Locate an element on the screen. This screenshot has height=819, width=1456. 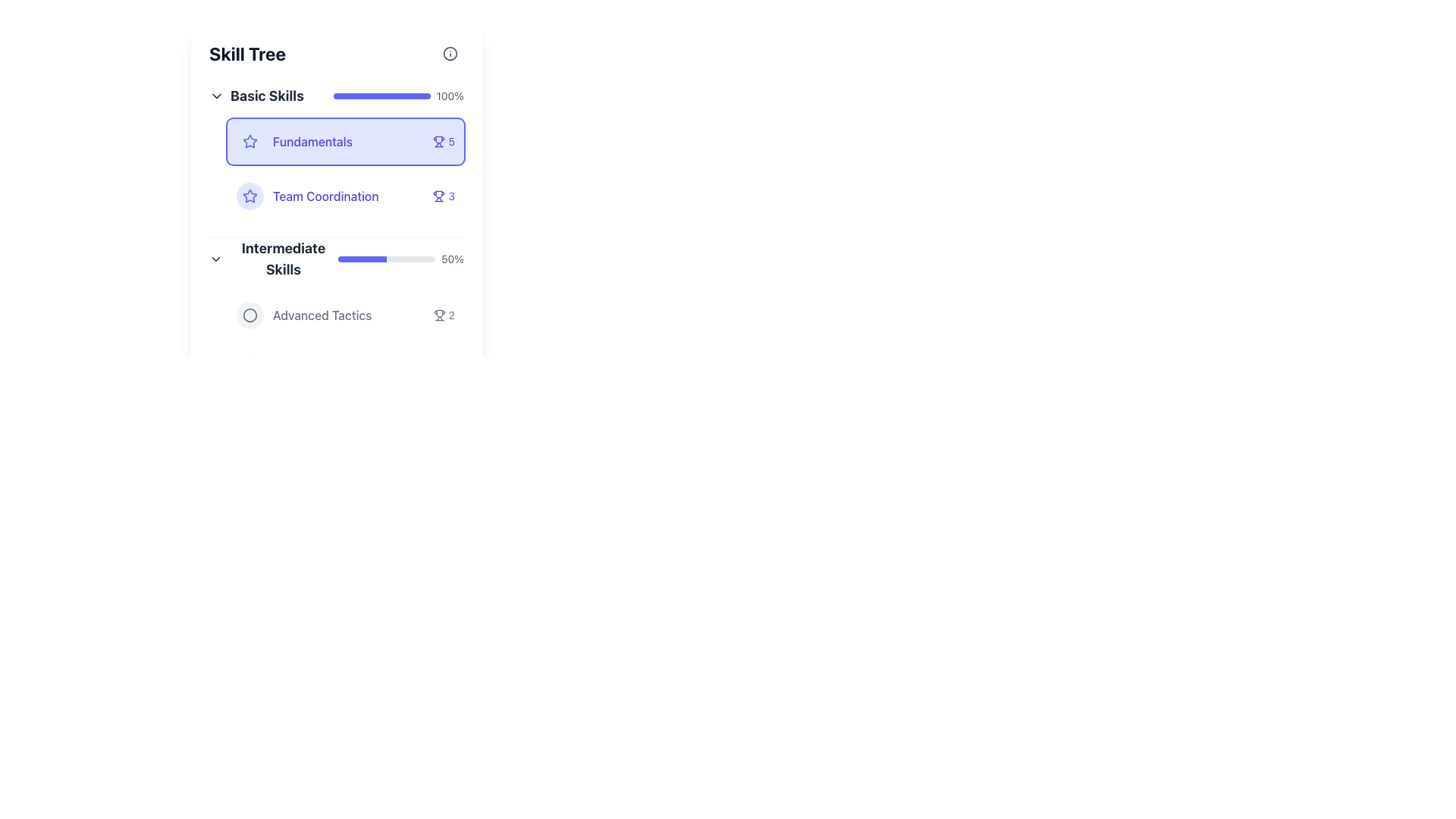
the informational icon located at the top-right corner of the interface is located at coordinates (450, 52).